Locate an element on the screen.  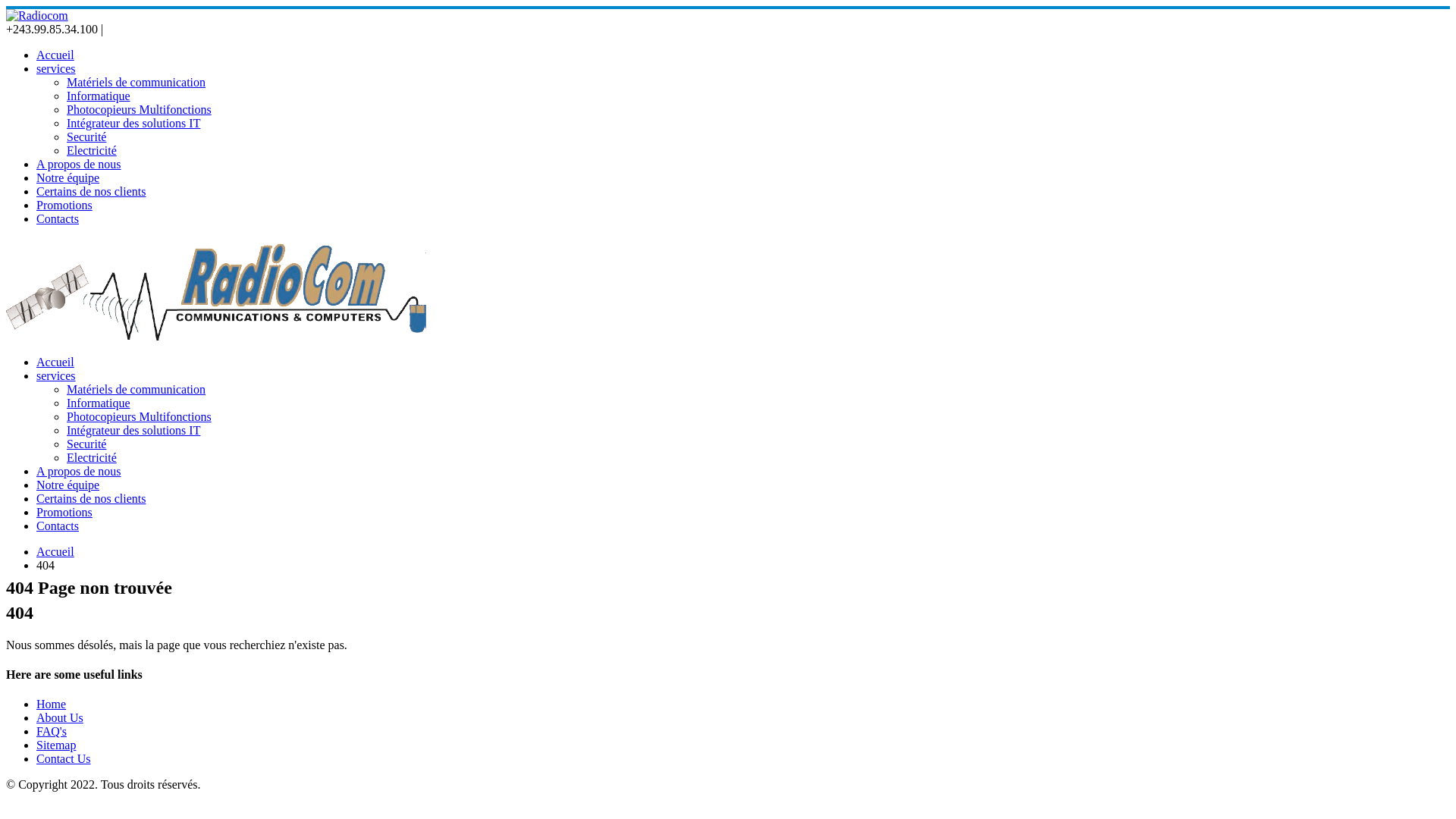
'About Us' is located at coordinates (59, 717).